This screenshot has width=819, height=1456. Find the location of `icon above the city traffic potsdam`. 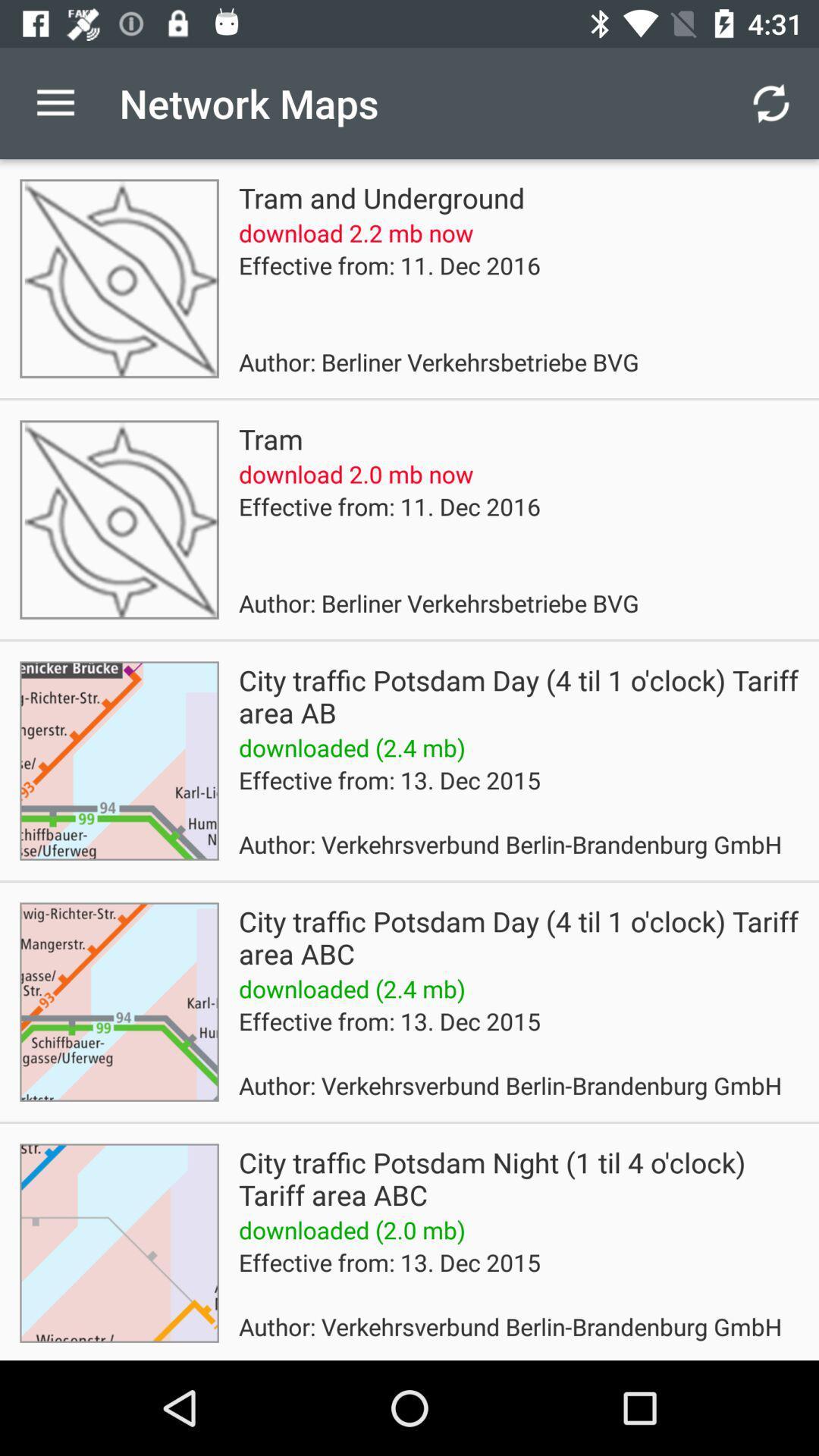

icon above the city traffic potsdam is located at coordinates (771, 102).